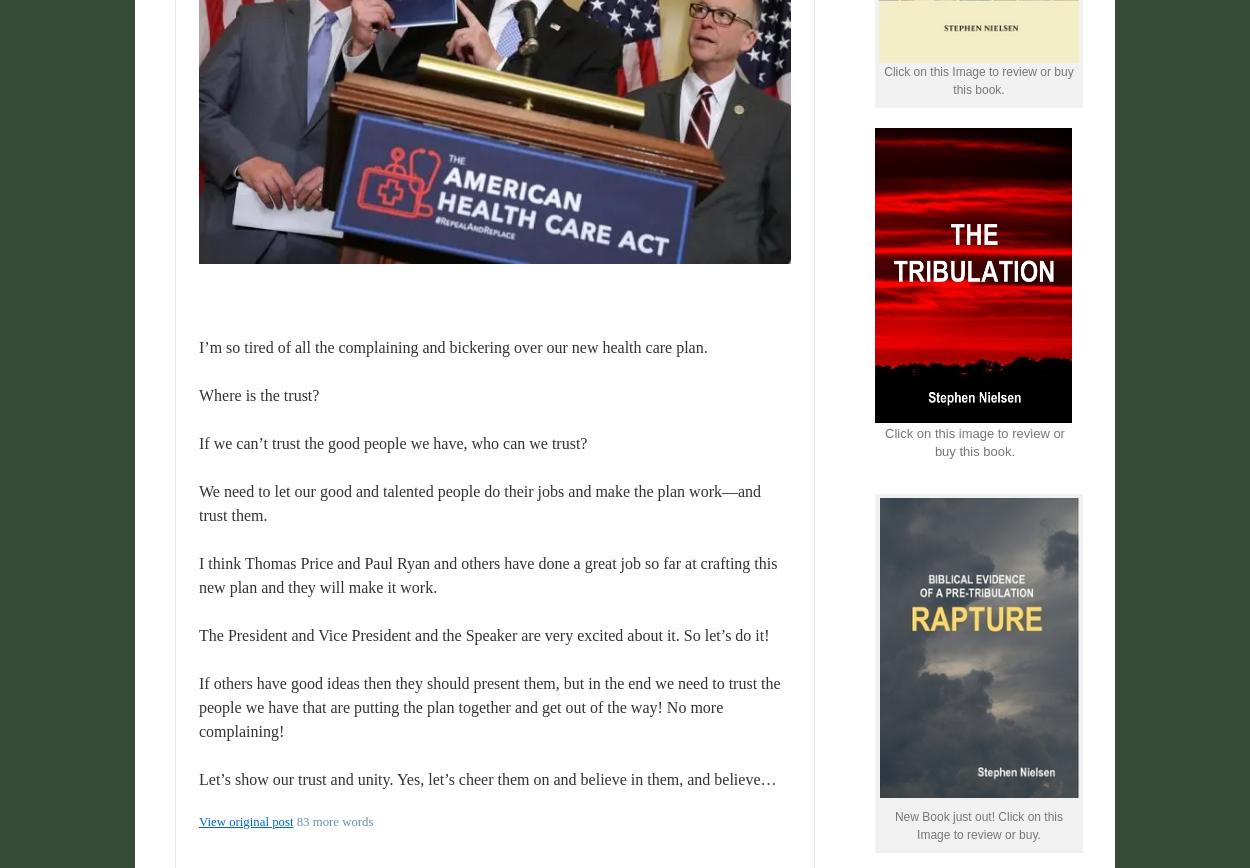 Image resolution: width=1250 pixels, height=868 pixels. I want to click on '83 more words', so click(333, 821).